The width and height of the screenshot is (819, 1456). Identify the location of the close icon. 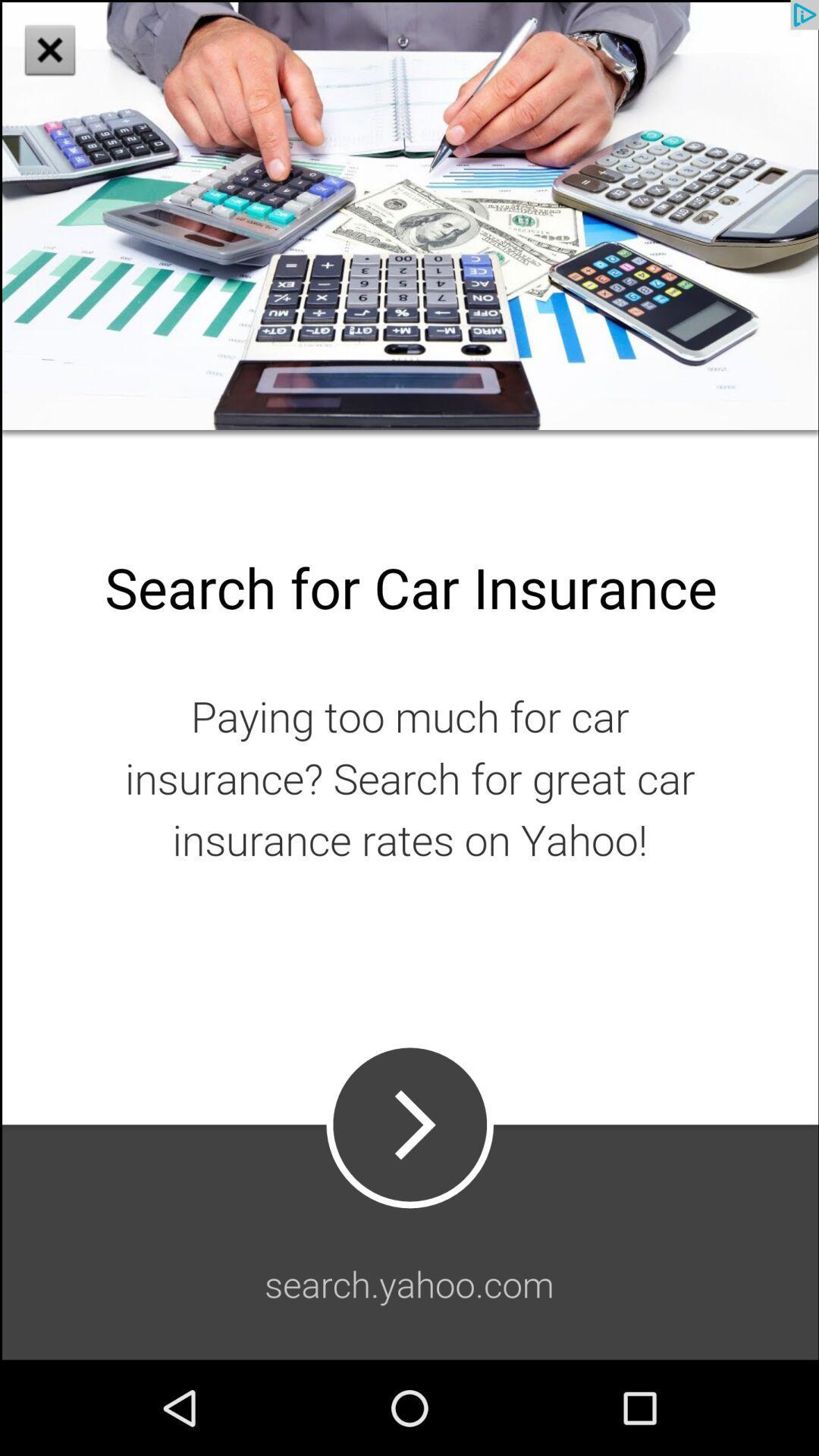
(49, 53).